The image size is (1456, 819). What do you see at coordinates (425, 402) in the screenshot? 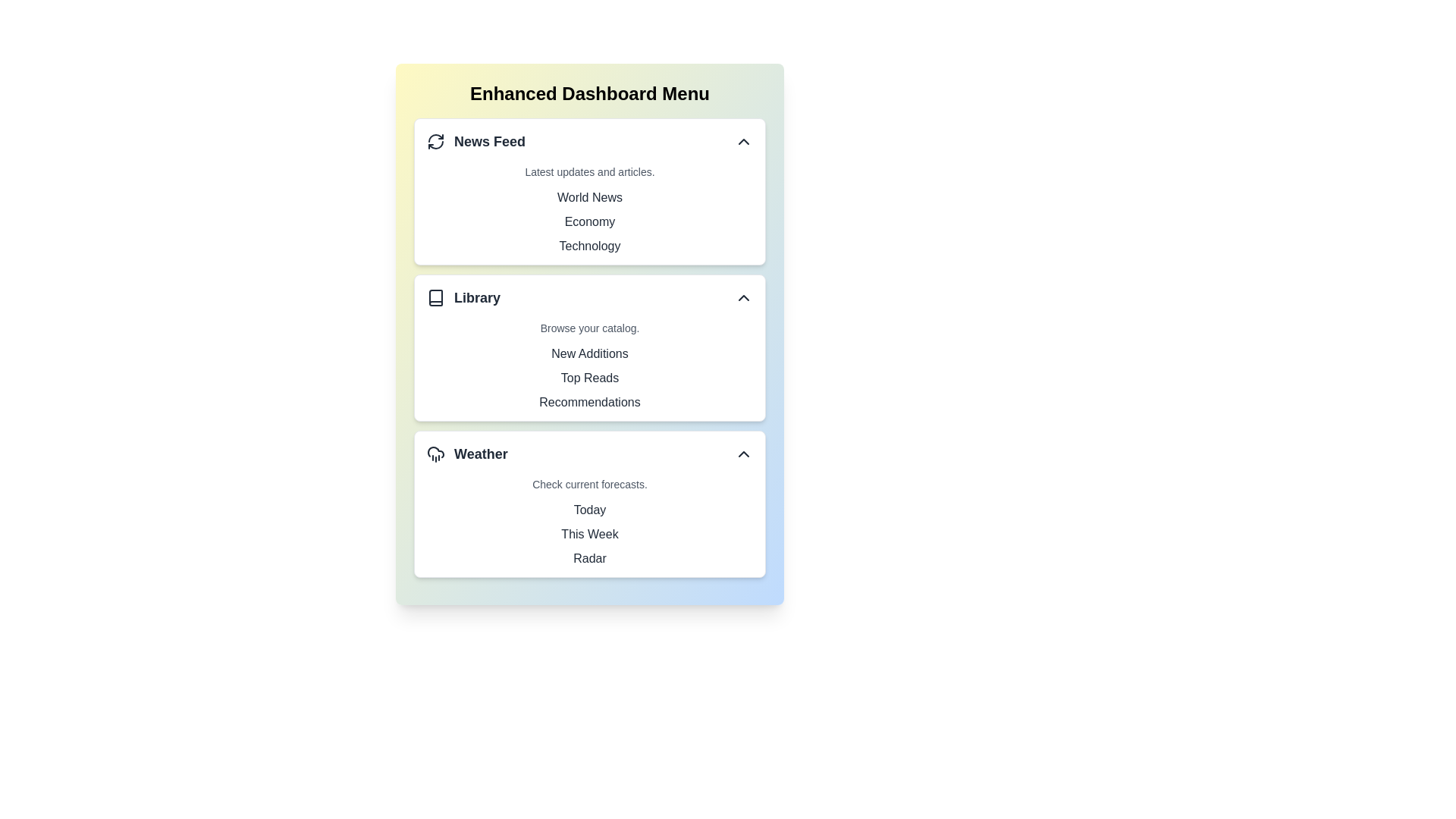
I see `the item Recommendations within the section Library` at bounding box center [425, 402].